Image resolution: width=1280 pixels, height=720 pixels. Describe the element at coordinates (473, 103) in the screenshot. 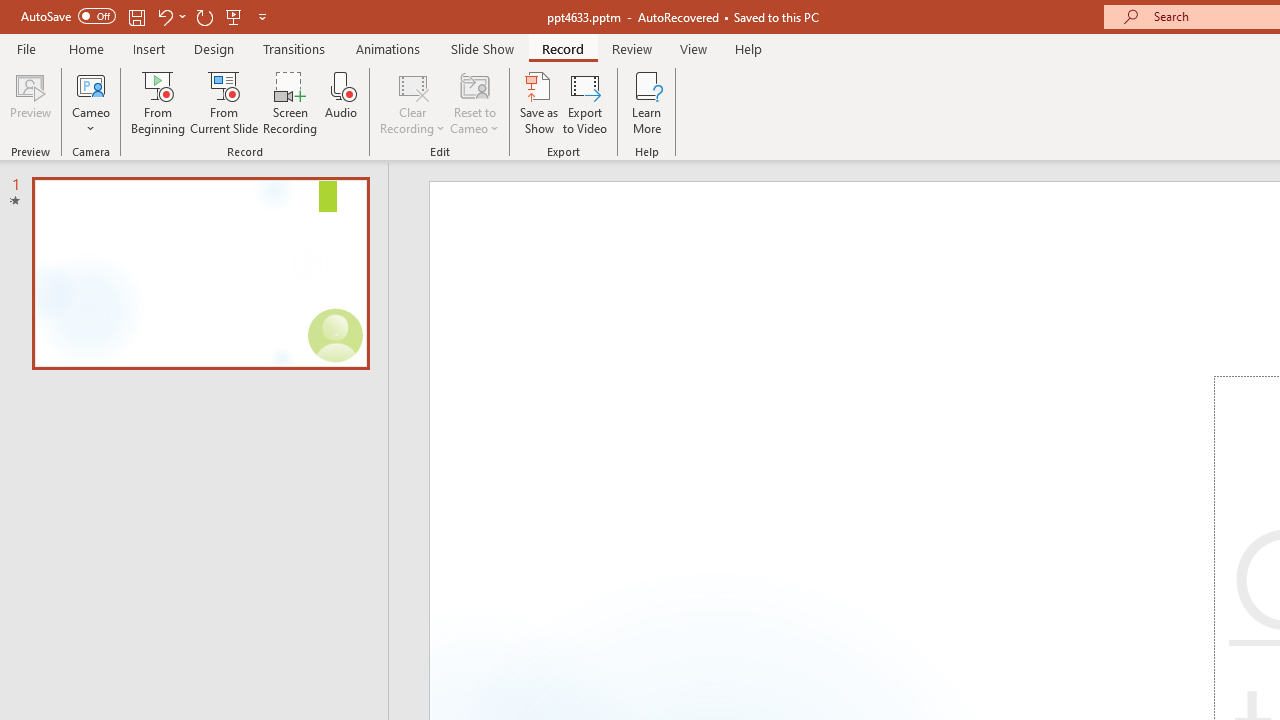

I see `'Reset to Cameo'` at that location.